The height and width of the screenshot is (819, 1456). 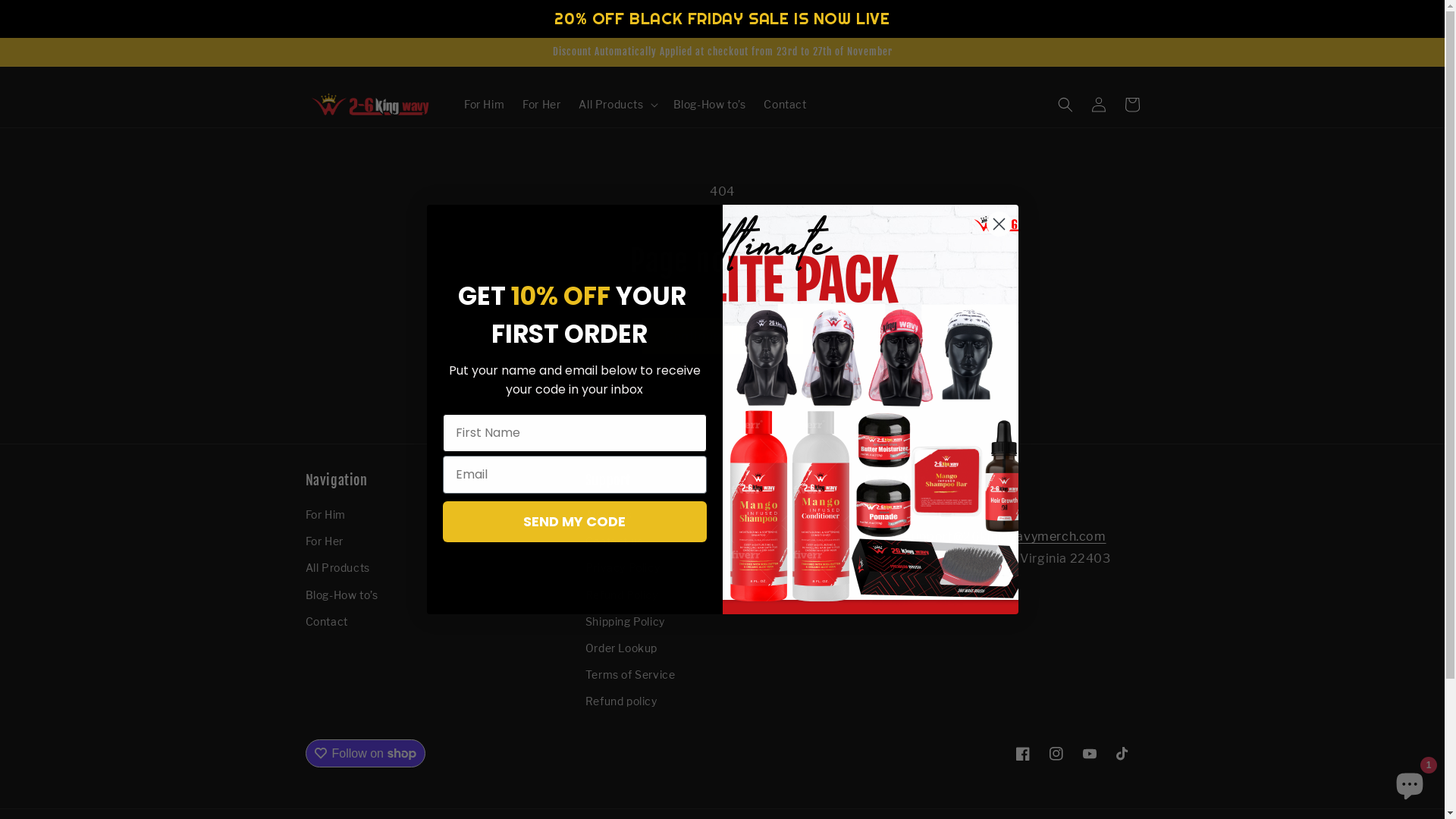 What do you see at coordinates (1106, 754) in the screenshot?
I see `'TikTok'` at bounding box center [1106, 754].